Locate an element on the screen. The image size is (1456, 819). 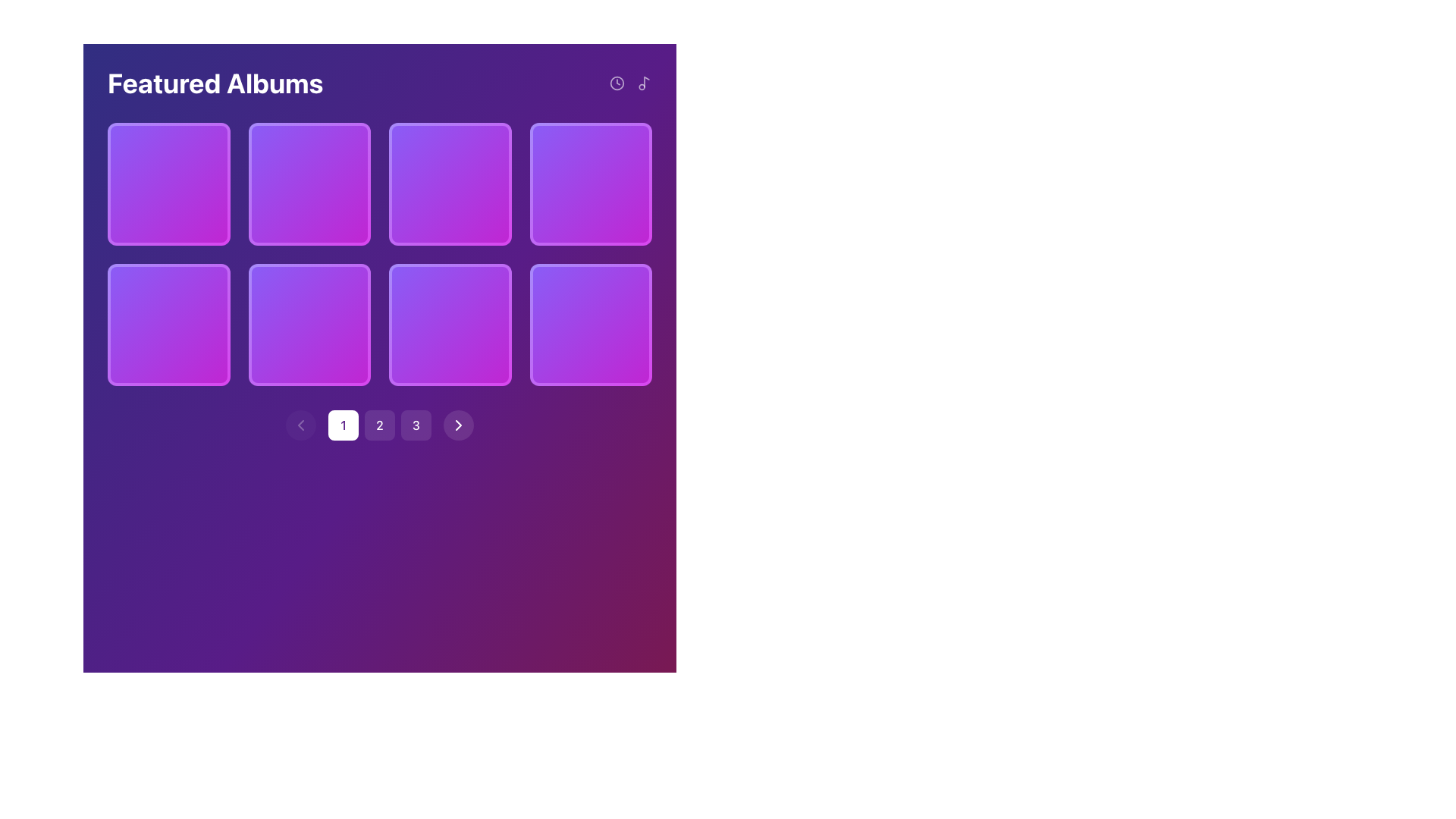
the 'Album 8' card in the grid layout is located at coordinates (590, 324).